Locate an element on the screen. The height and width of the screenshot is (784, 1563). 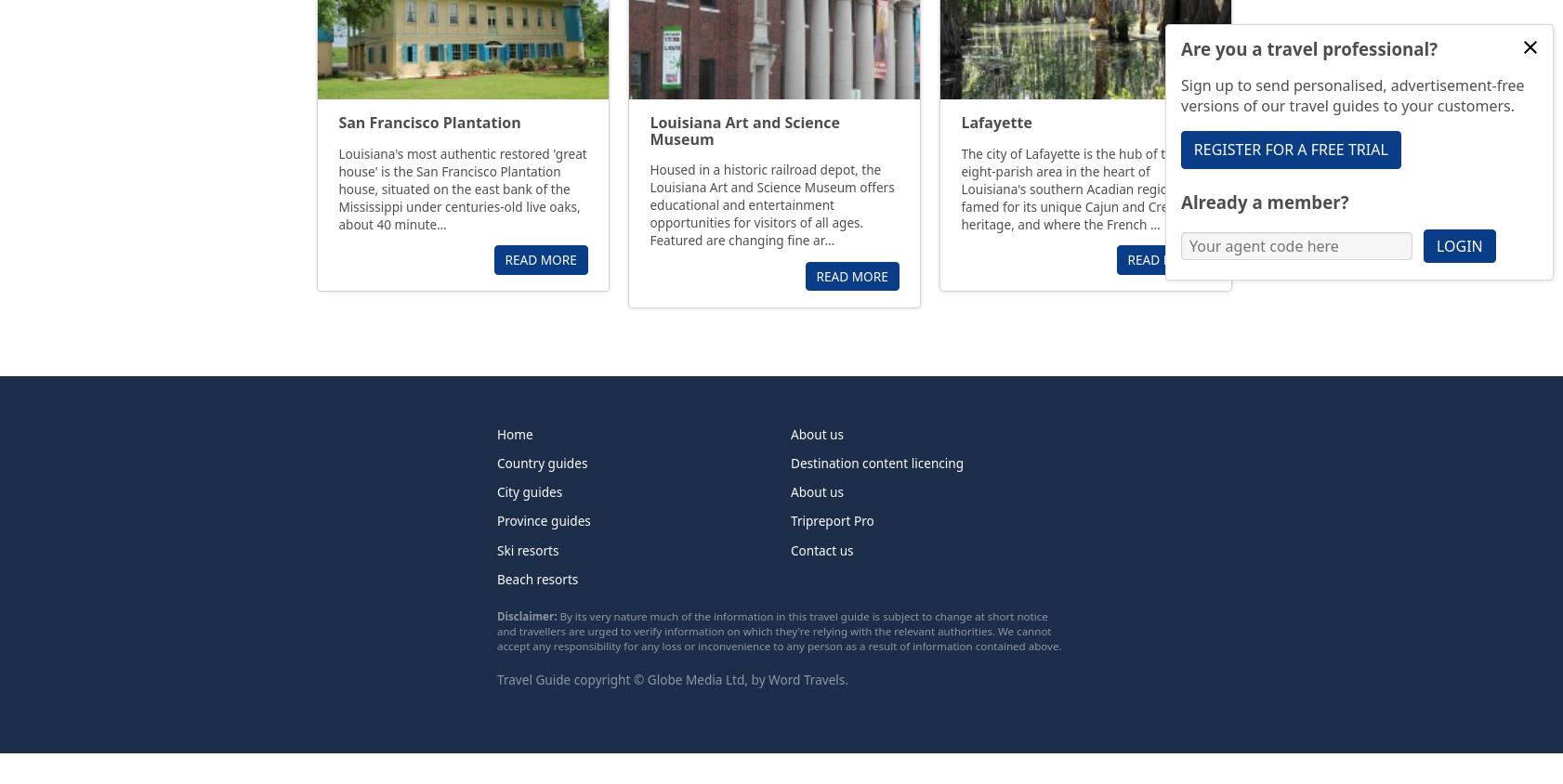
'Contact us' is located at coordinates (821, 549).